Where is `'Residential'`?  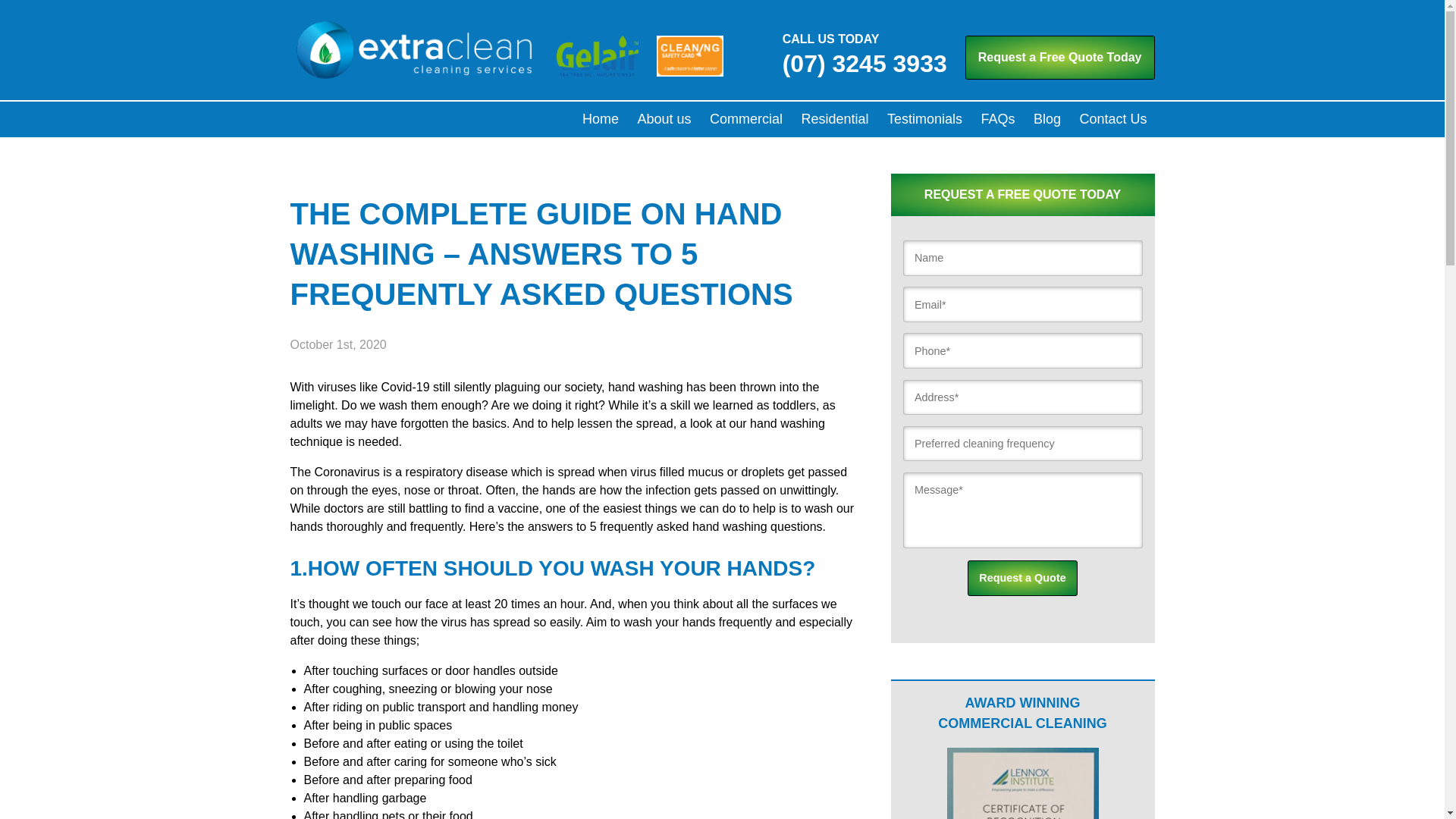 'Residential' is located at coordinates (833, 118).